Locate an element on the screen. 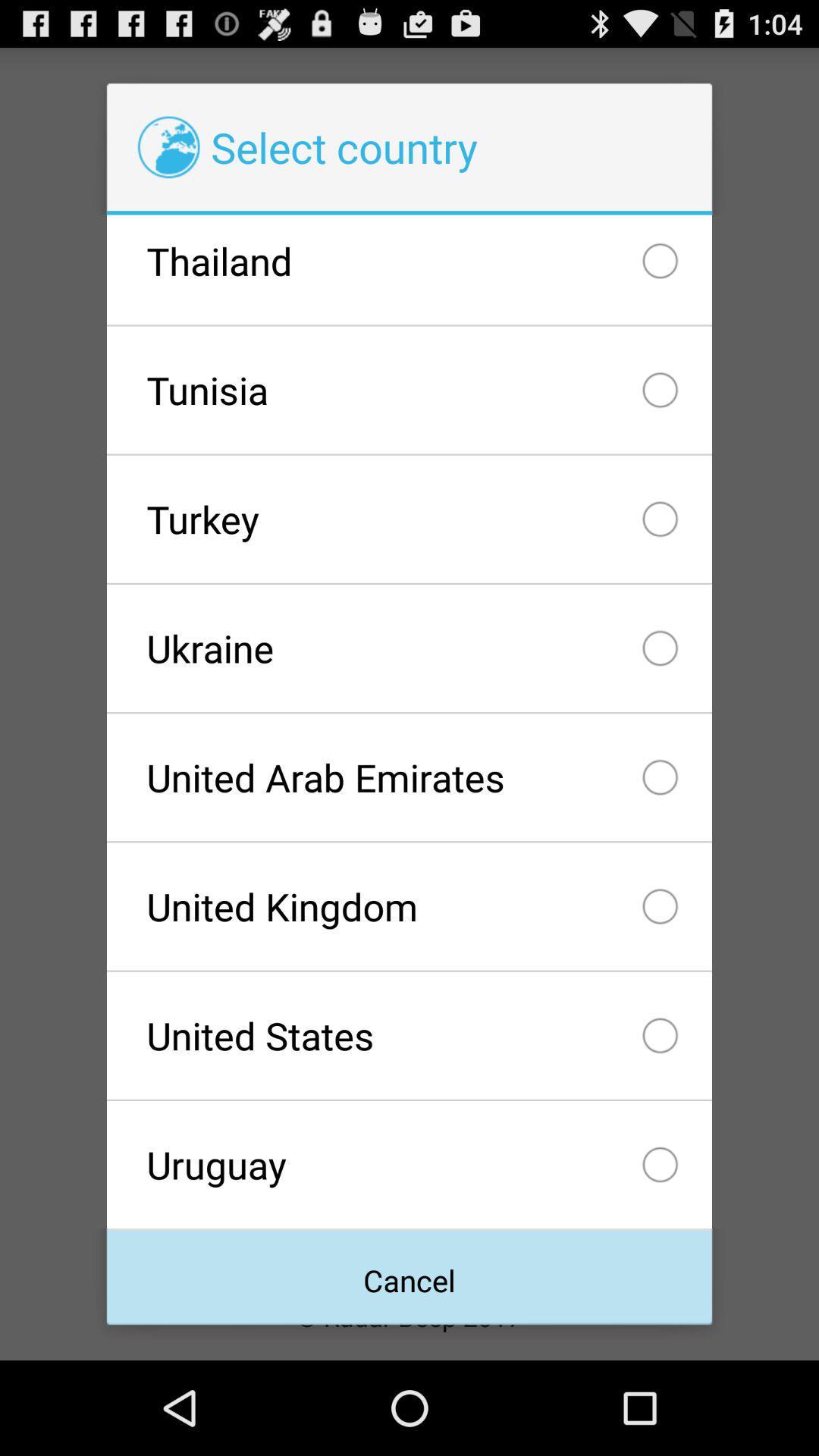 The image size is (819, 1456). the united arab emirates item is located at coordinates (409, 777).